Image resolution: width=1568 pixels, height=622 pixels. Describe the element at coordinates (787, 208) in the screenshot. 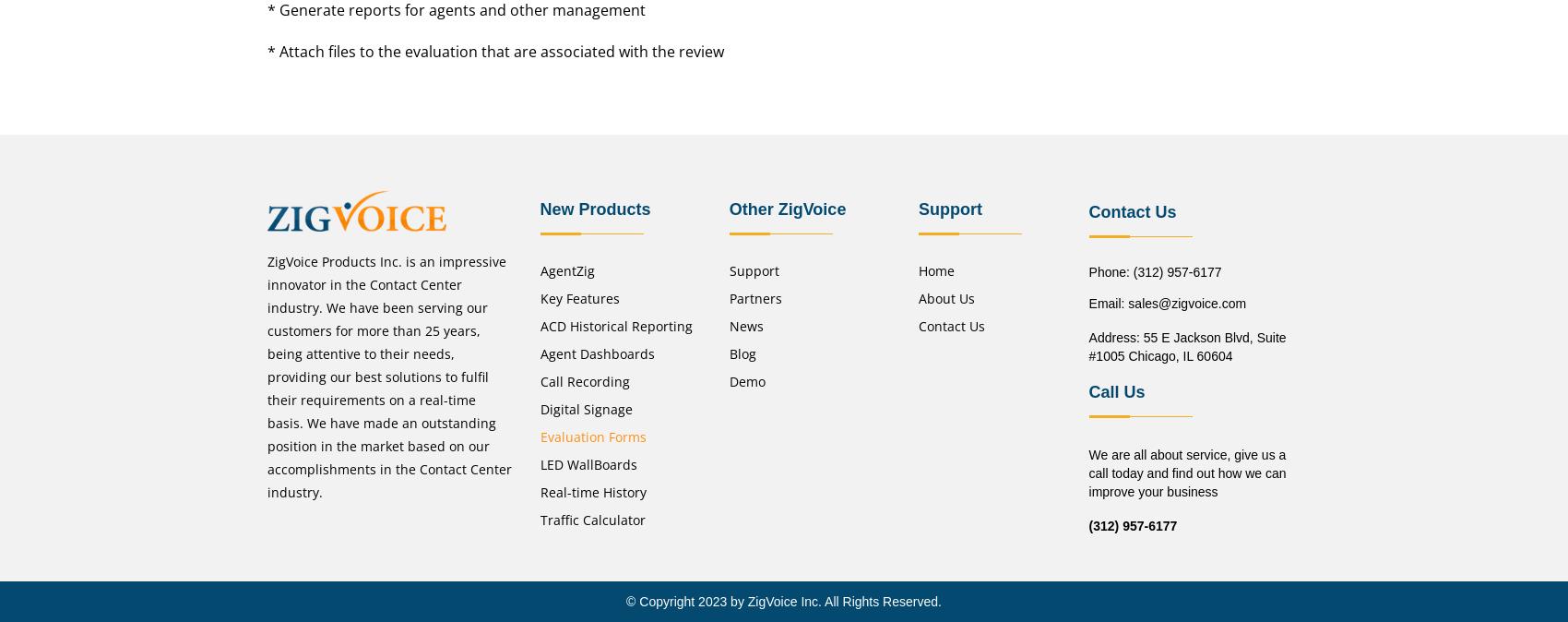

I see `'Other ZigVoice'` at that location.